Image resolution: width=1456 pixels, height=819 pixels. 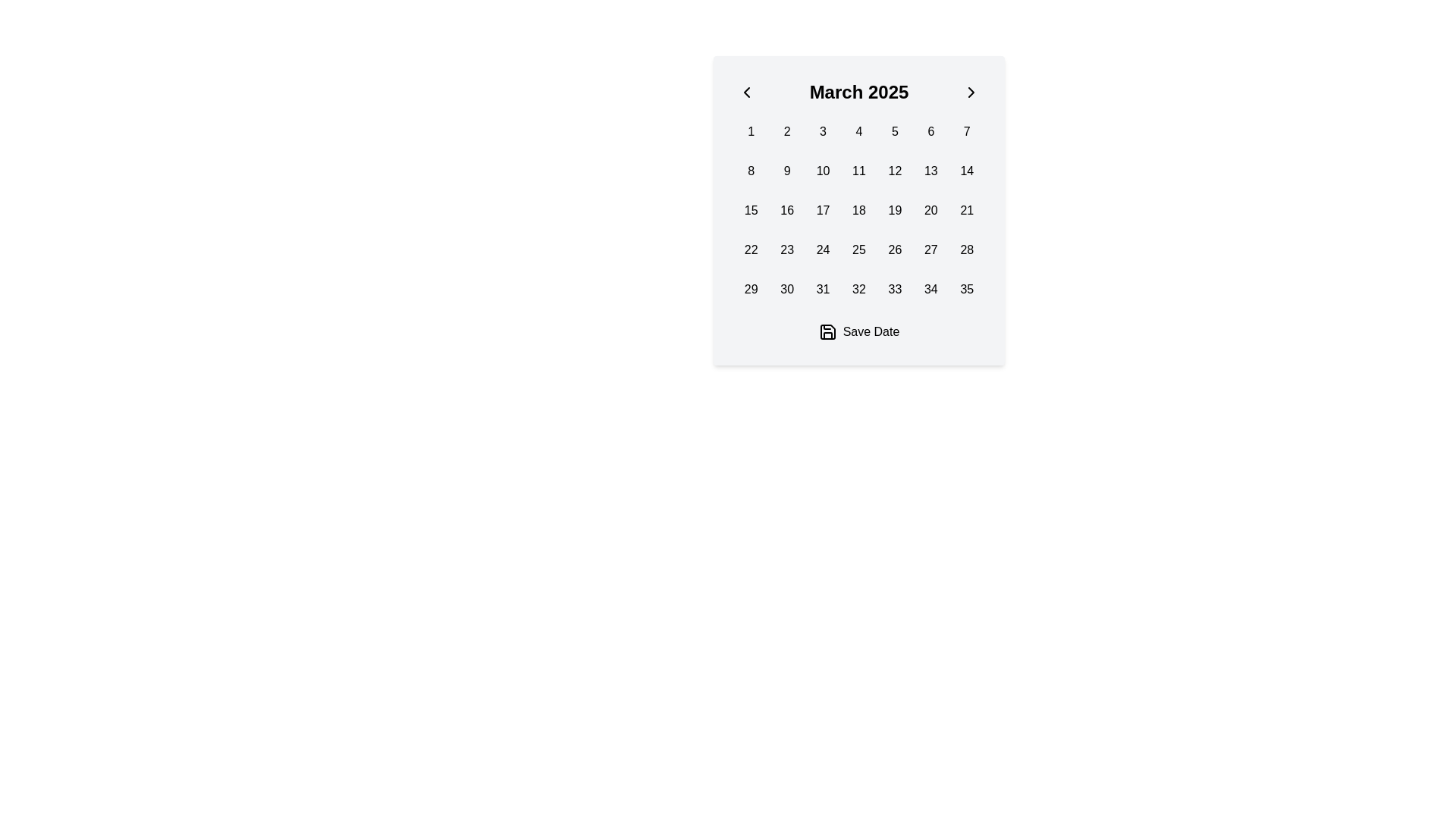 I want to click on the rounded rectangular button with the text '30', so click(x=786, y=289).